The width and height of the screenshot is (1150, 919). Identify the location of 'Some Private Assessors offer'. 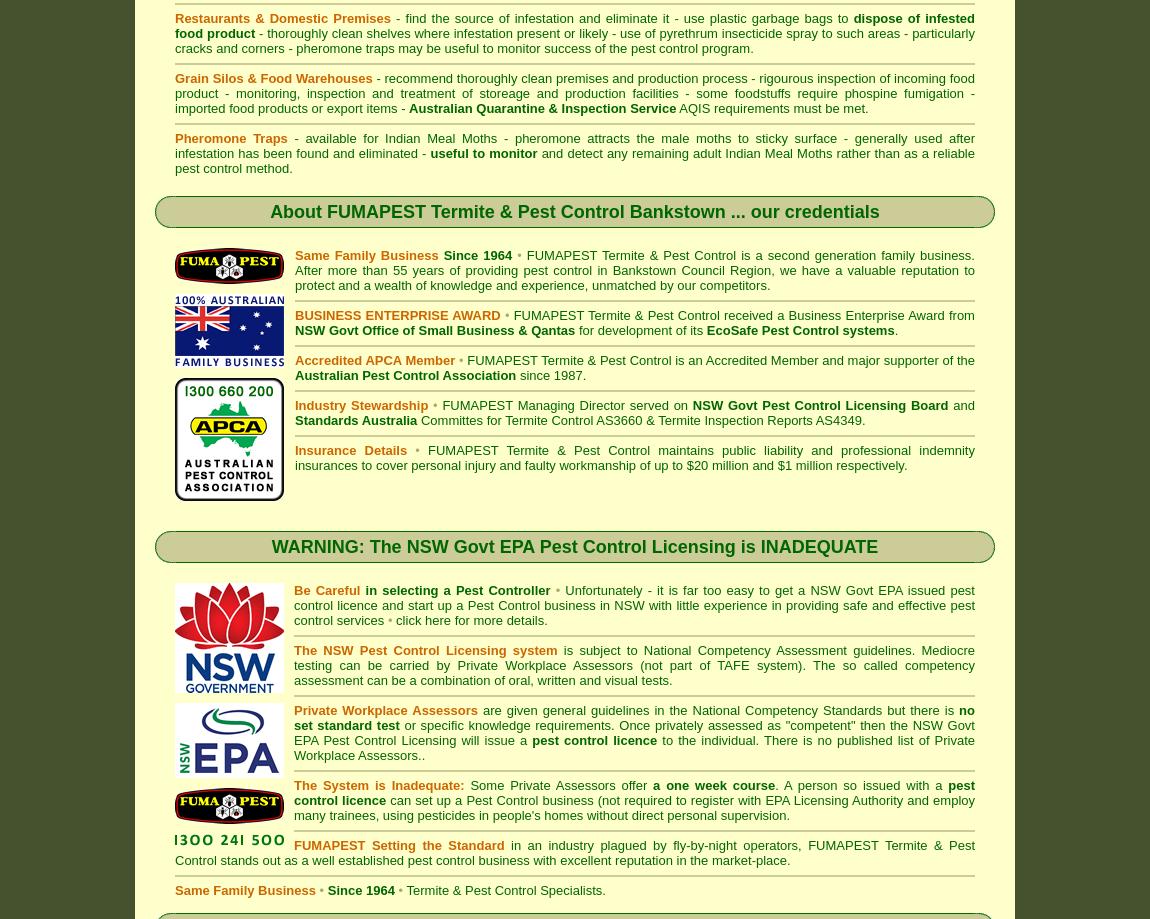
(558, 785).